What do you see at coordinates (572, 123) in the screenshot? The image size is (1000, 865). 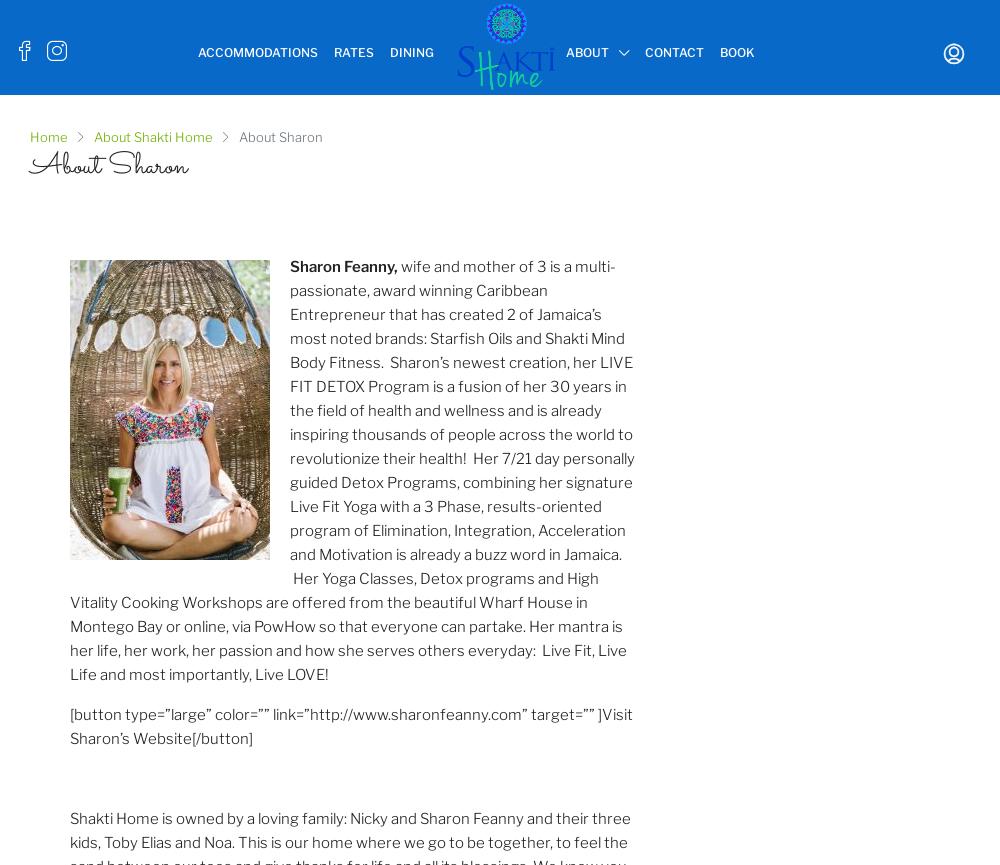 I see `'Treasure Beach'` at bounding box center [572, 123].